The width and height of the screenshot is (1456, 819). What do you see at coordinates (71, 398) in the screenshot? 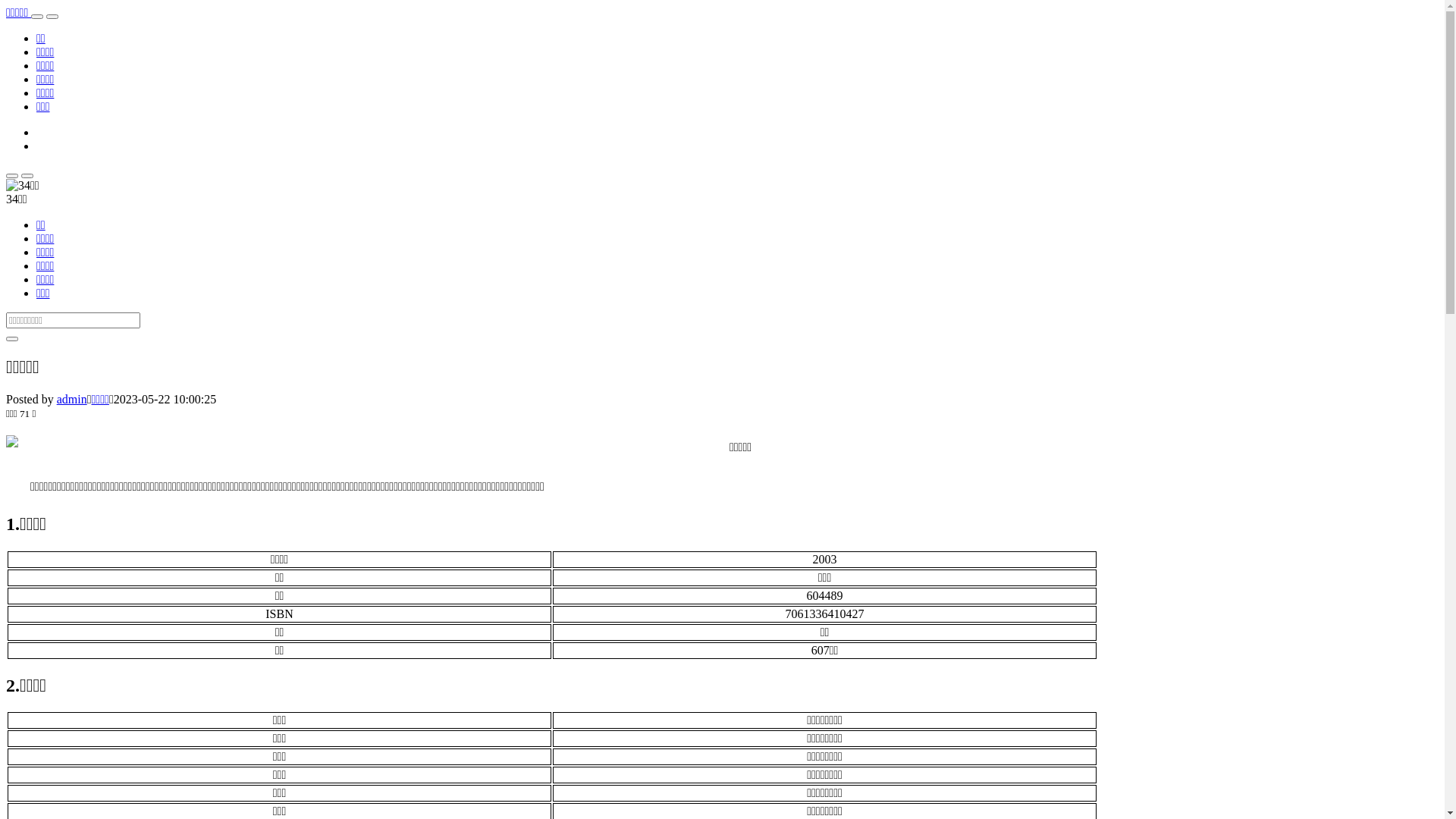
I see `'admin'` at bounding box center [71, 398].